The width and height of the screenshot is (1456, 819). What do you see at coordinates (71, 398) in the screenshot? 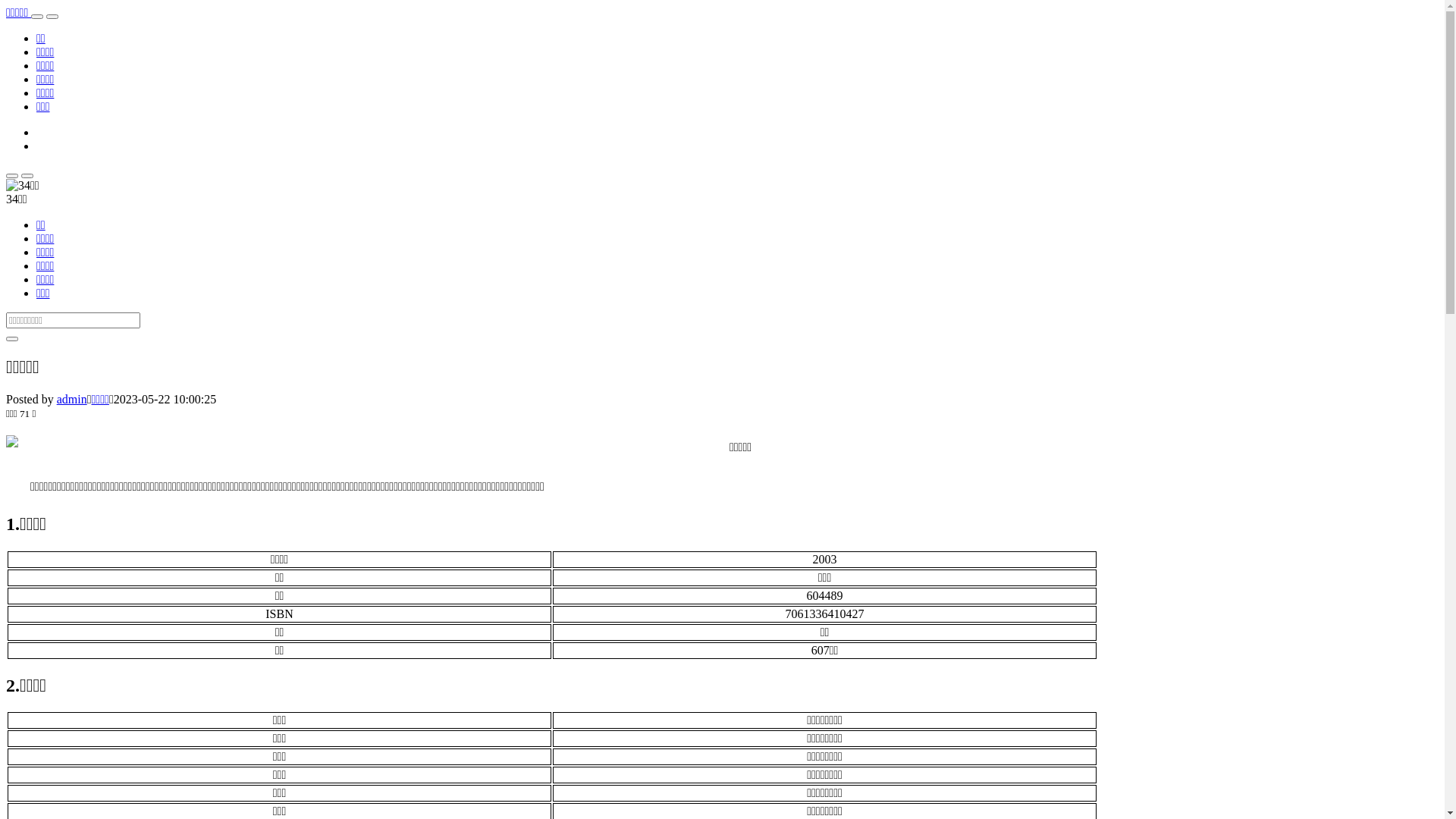
I see `'admin'` at bounding box center [71, 398].